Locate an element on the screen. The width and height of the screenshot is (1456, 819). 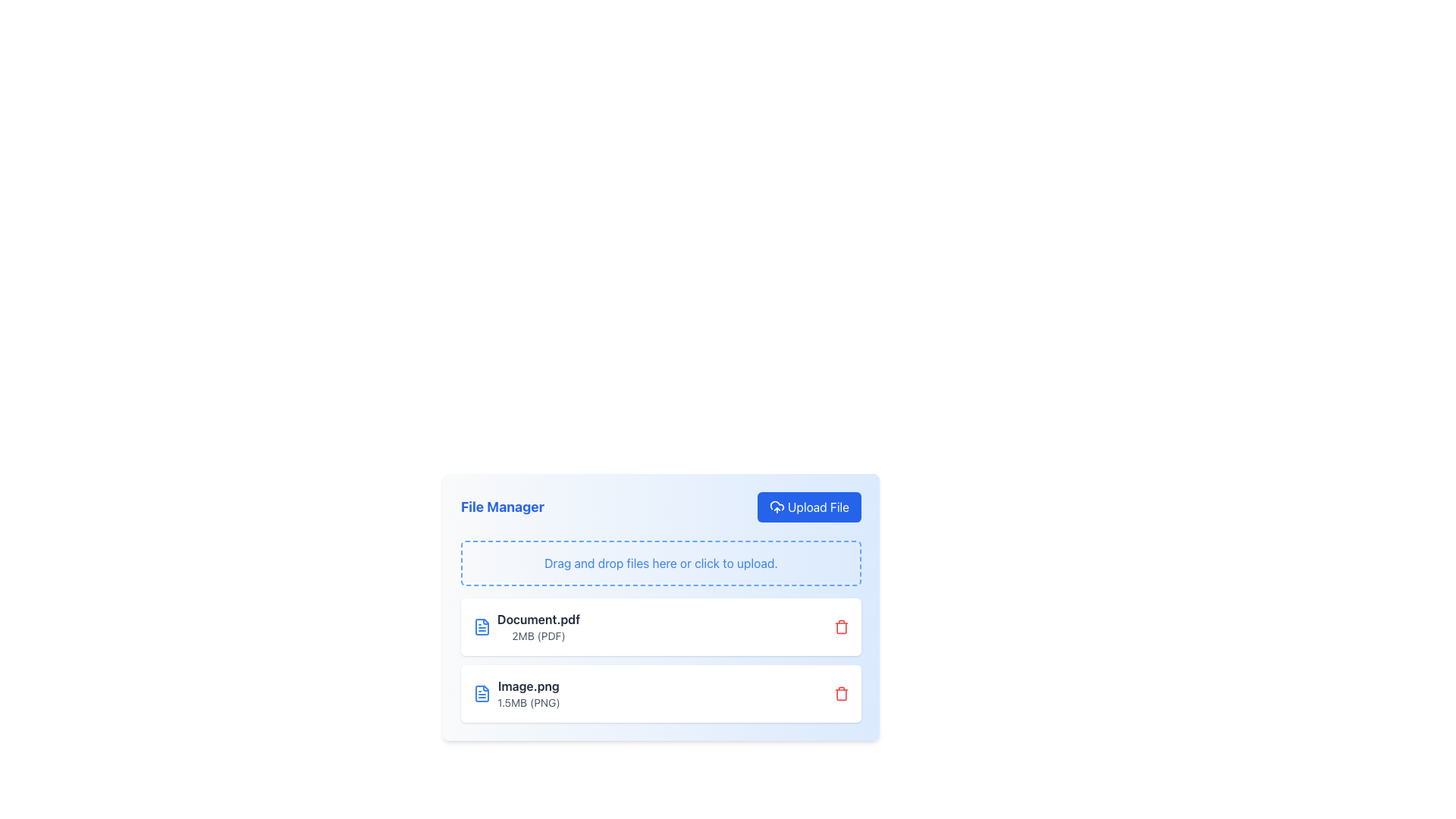
the rectangular outline representing the document file icon located within the 'File Manager' component, adjacent to 'Document.pdf' is located at coordinates (481, 626).